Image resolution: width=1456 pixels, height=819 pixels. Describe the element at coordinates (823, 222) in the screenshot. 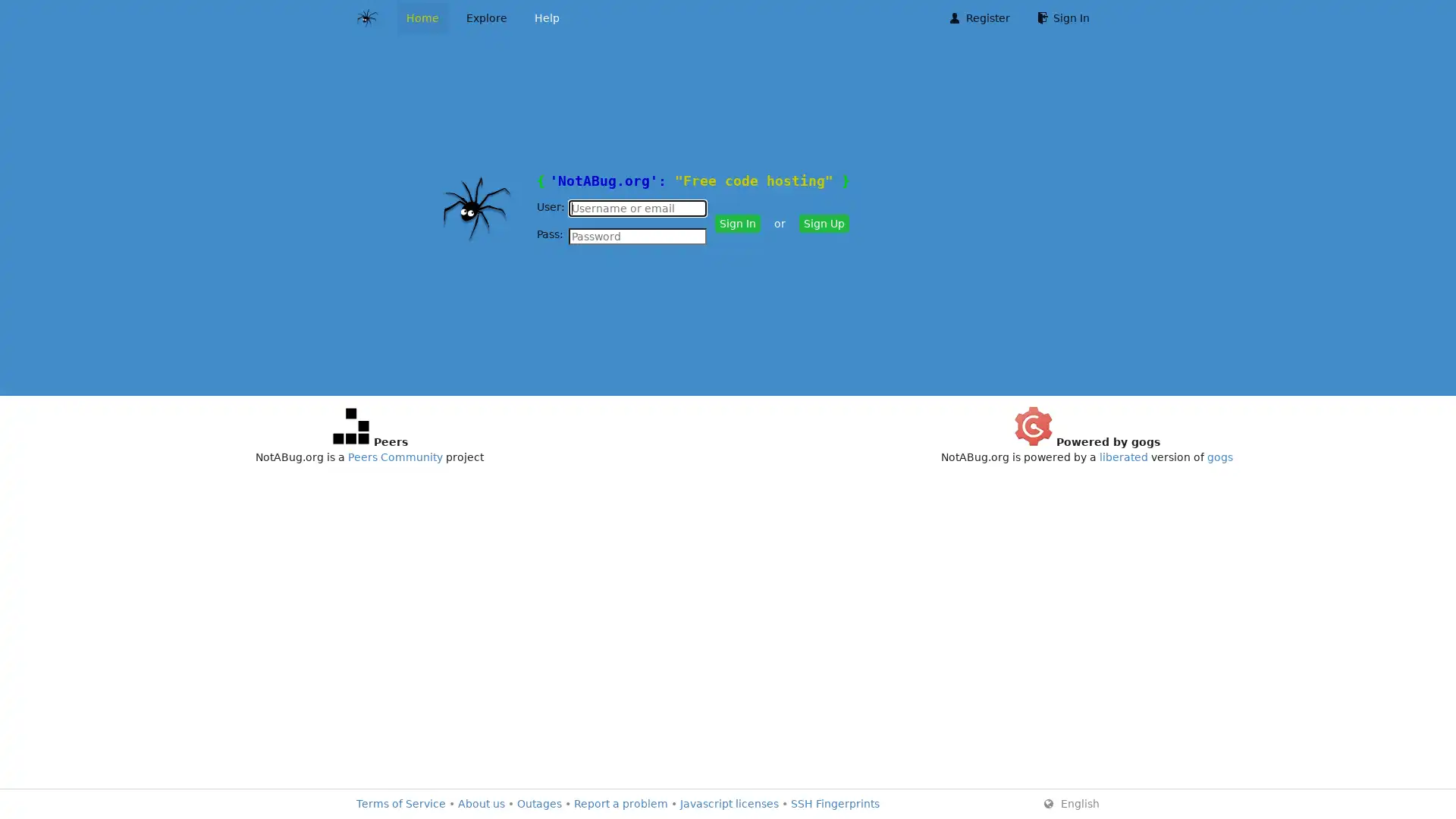

I see `Sign Up` at that location.